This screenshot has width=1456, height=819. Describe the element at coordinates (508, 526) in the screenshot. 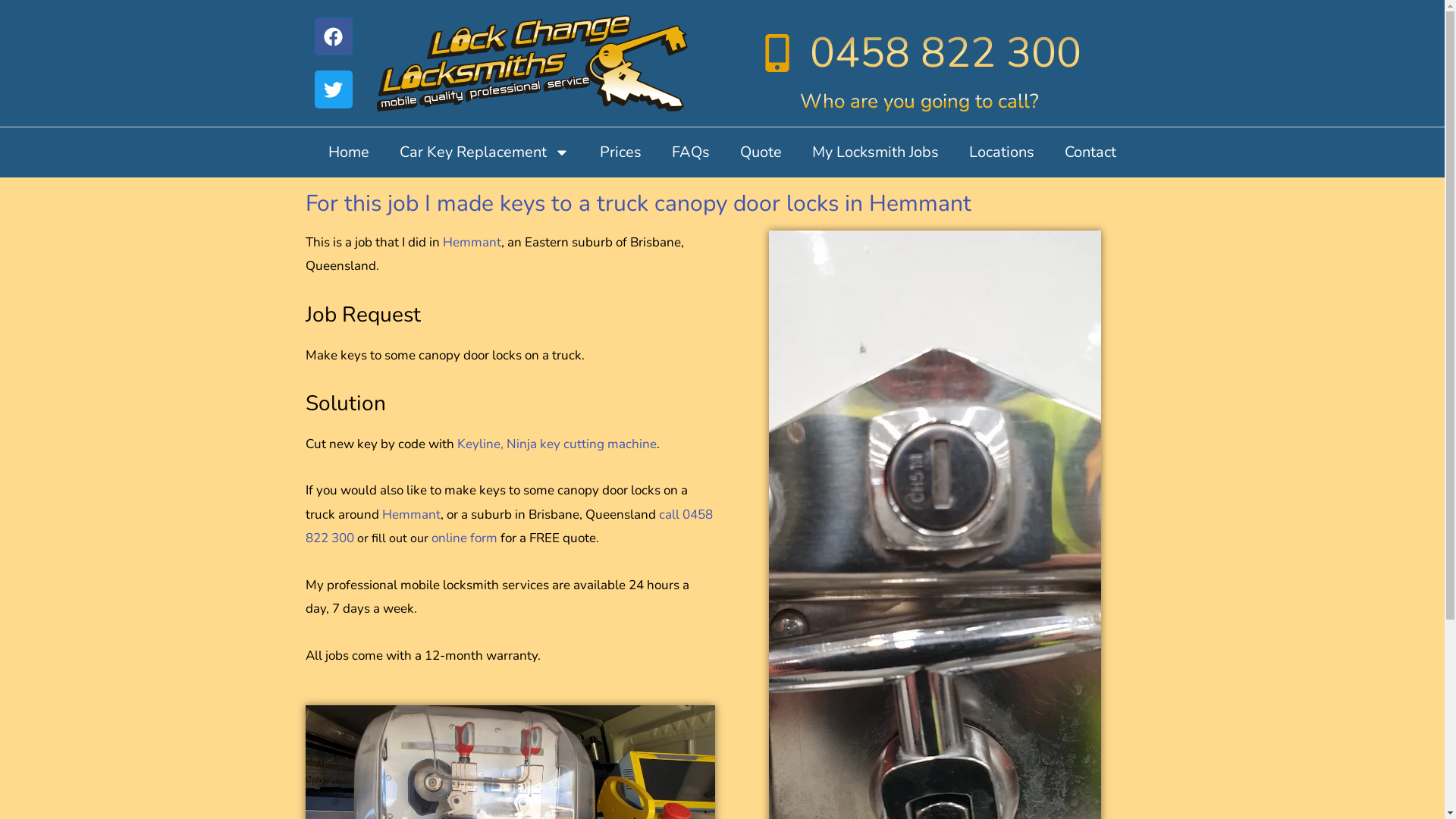

I see `'call 0458 822 300'` at that location.